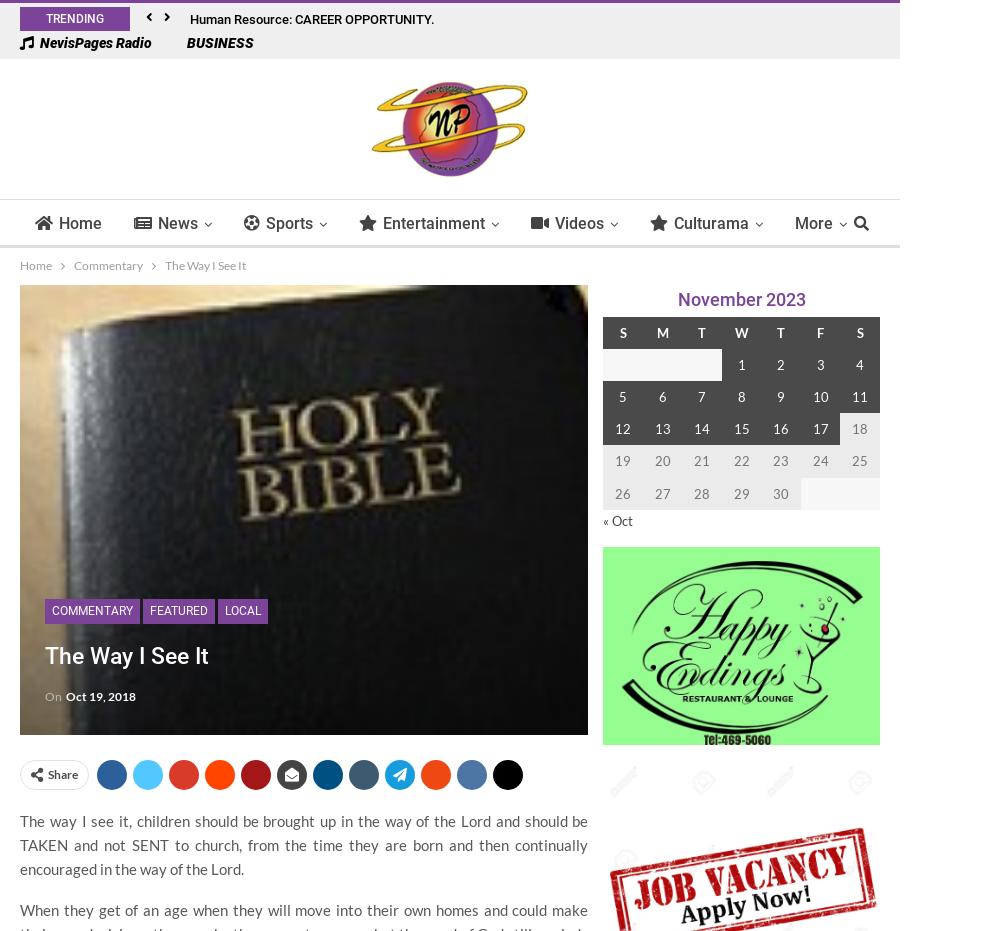 Image resolution: width=993 pixels, height=931 pixels. What do you see at coordinates (66, 694) in the screenshot?
I see `'Oct 19, 2018'` at bounding box center [66, 694].